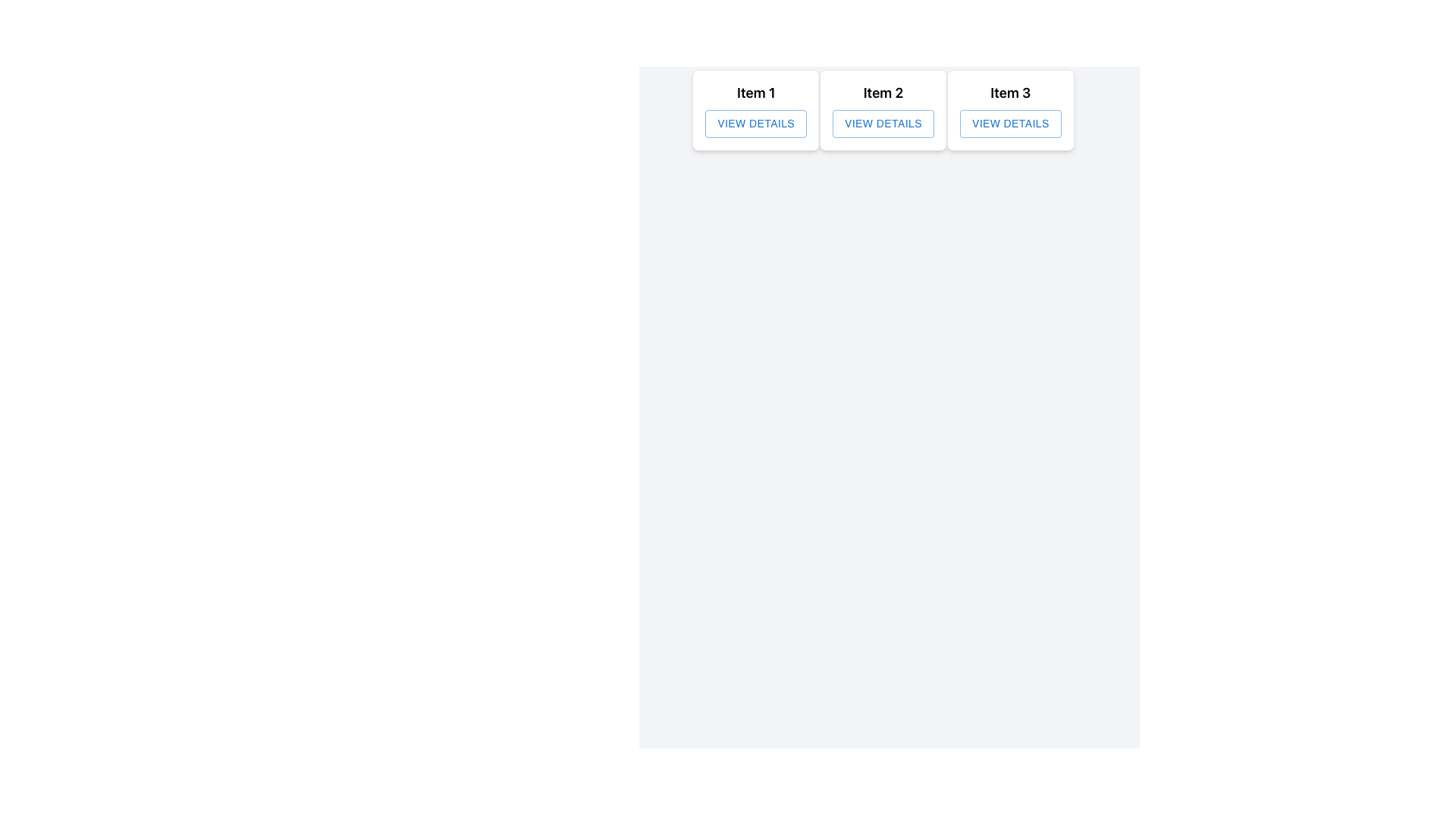  Describe the element at coordinates (756, 122) in the screenshot. I see `the button located below 'Item 1' in the first item of a horizontally arranged row` at that location.